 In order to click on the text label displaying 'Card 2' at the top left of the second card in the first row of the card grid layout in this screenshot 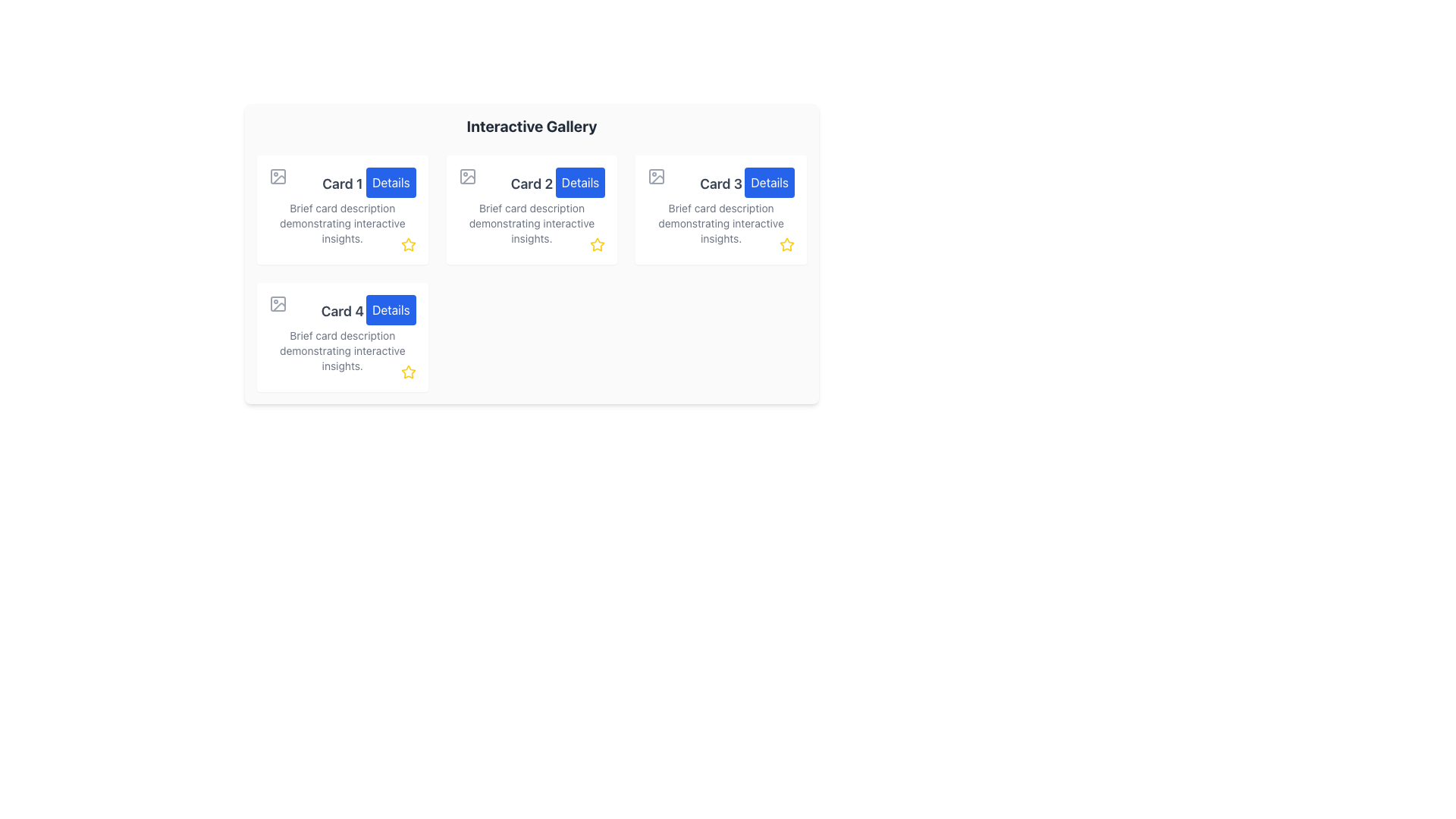, I will do `click(532, 184)`.